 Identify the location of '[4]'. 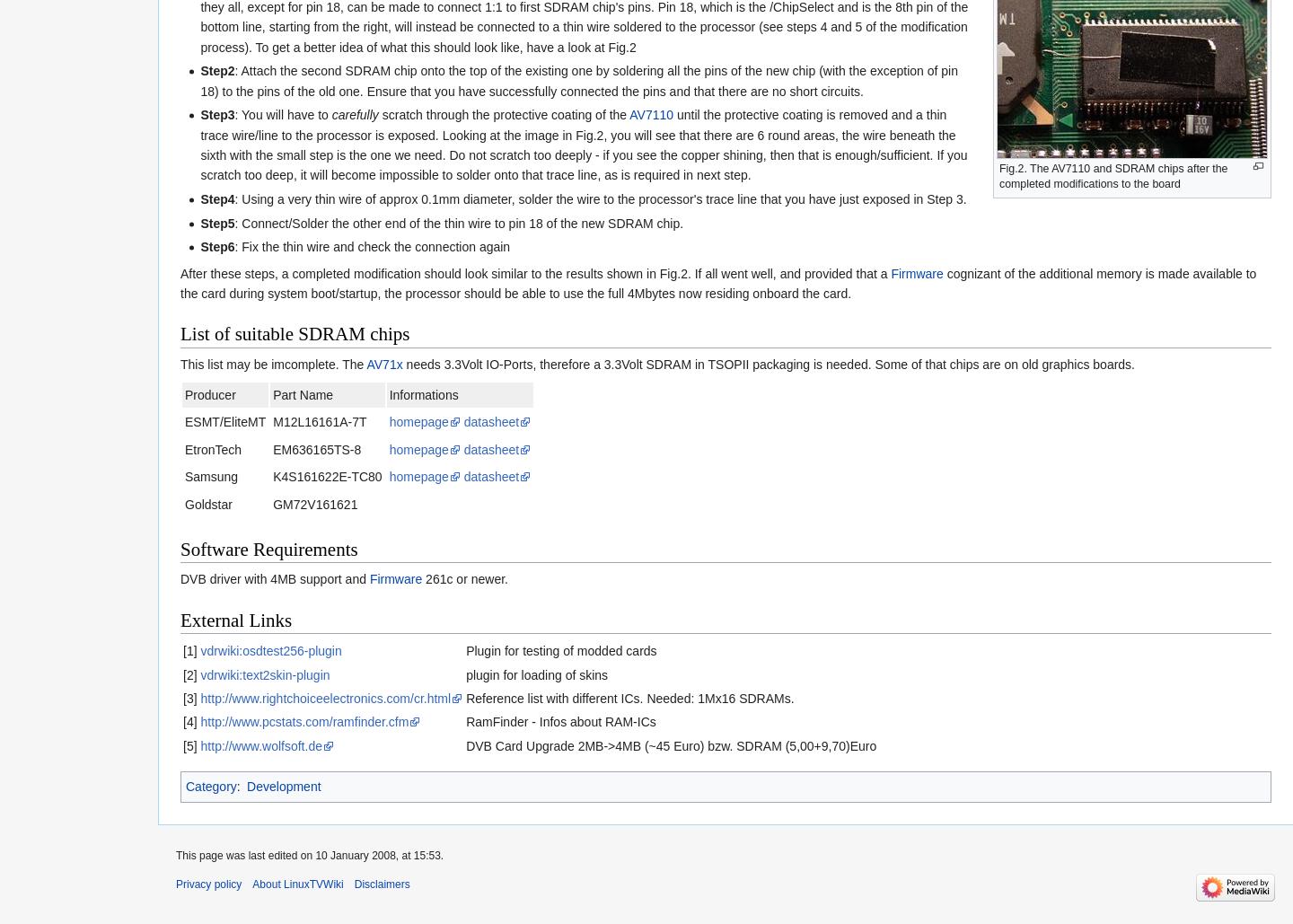
(189, 721).